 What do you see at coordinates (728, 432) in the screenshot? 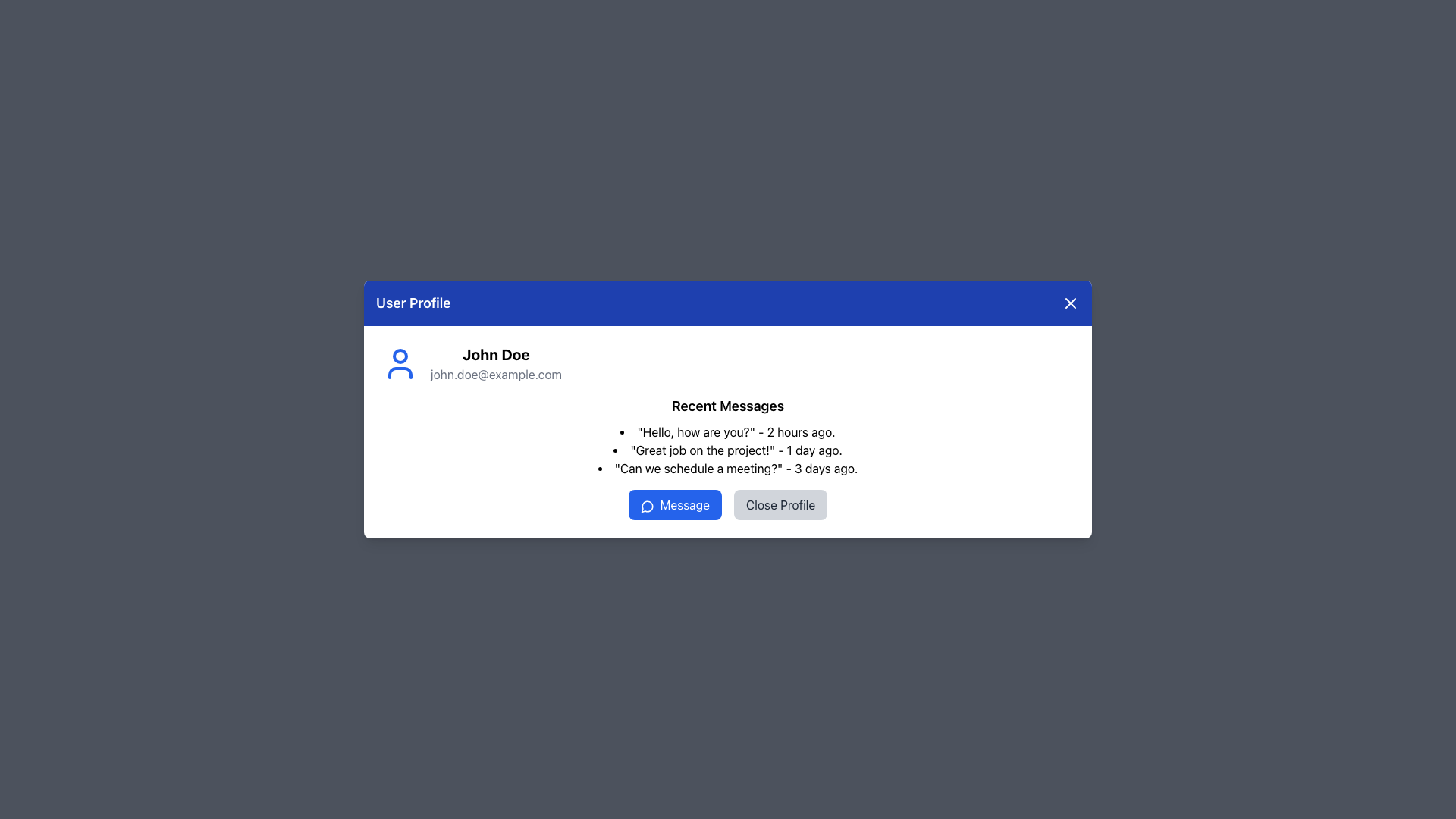
I see `the first entry in the vertical list of messages, which displays the text 'Hello, how are you?' - 2 hours ago, located beneath the 'Recent Messages' header` at bounding box center [728, 432].